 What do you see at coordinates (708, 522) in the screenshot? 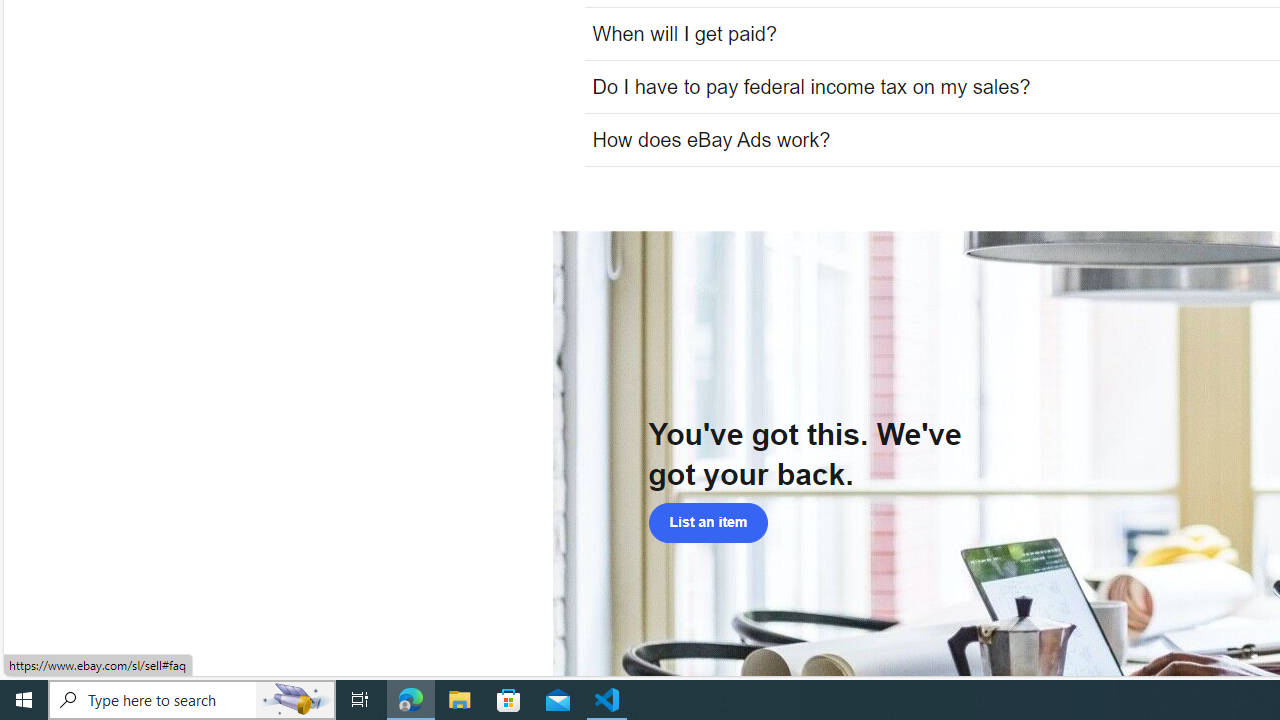
I see `'List an item'` at bounding box center [708, 522].